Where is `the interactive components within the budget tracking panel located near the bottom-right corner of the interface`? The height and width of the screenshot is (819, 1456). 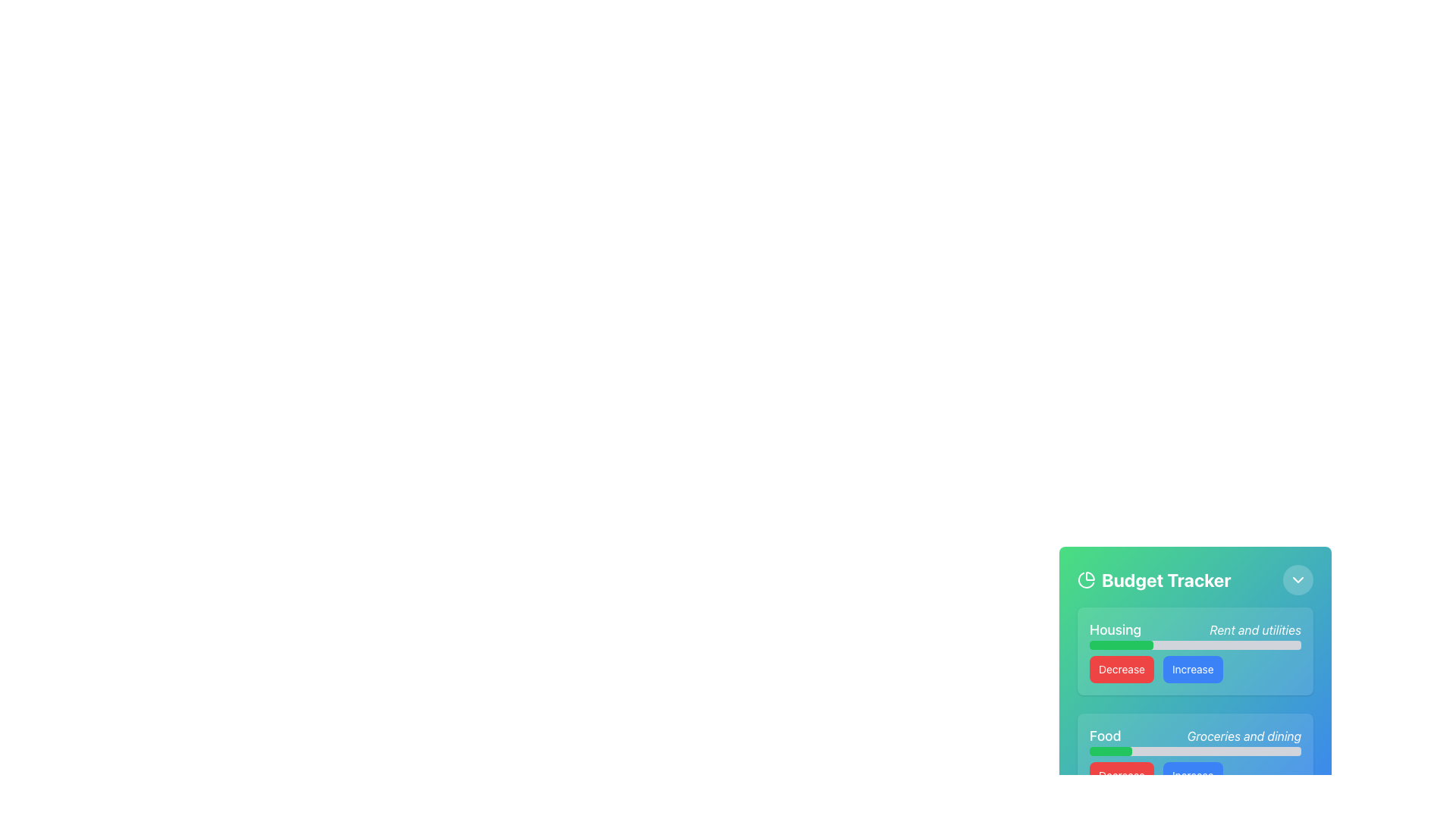 the interactive components within the budget tracking panel located near the bottom-right corner of the interface is located at coordinates (1194, 651).